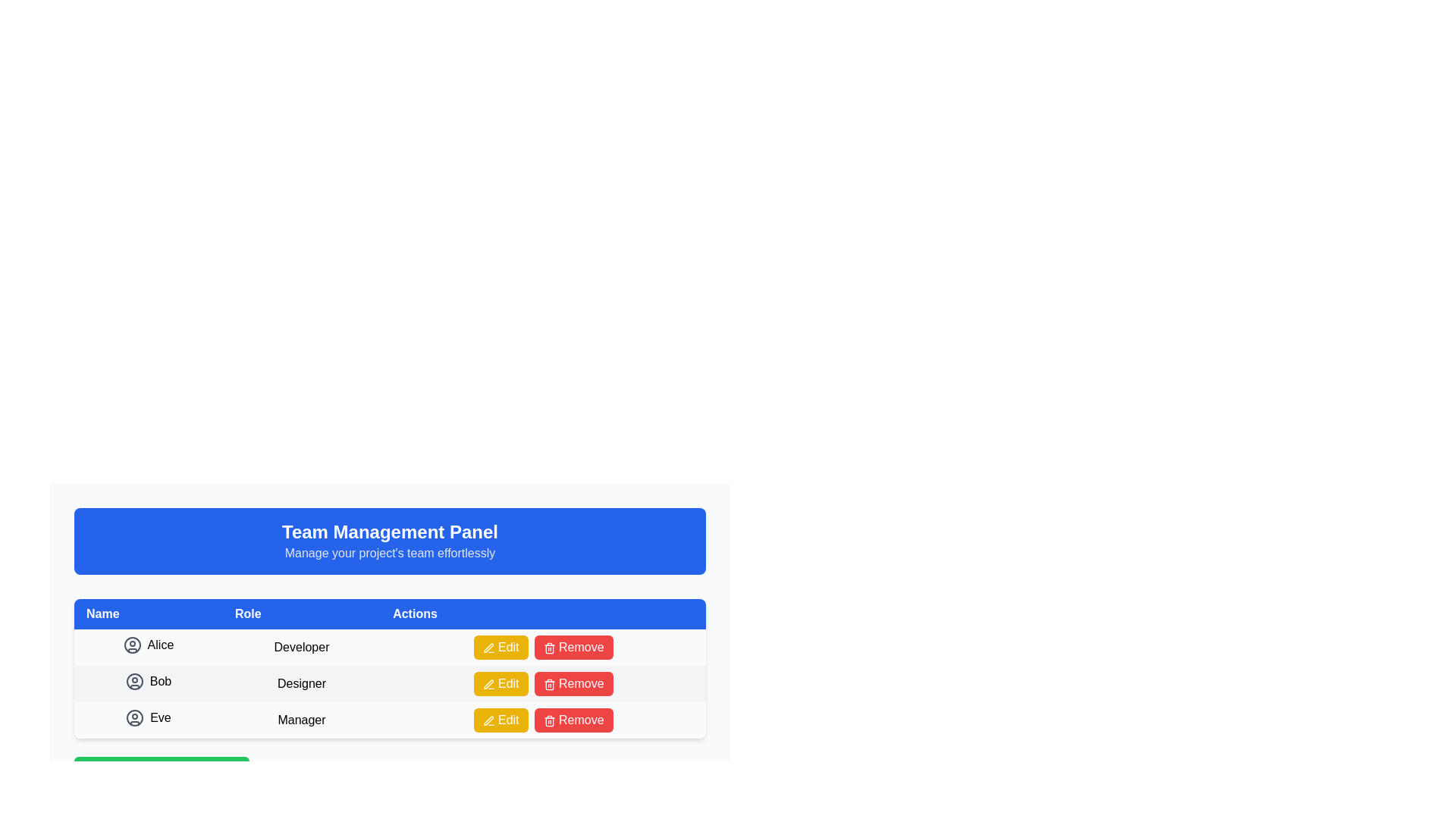  I want to click on the label element displaying the name 'Eve' in the 'Name' column of the third row in a management panel, so click(148, 717).